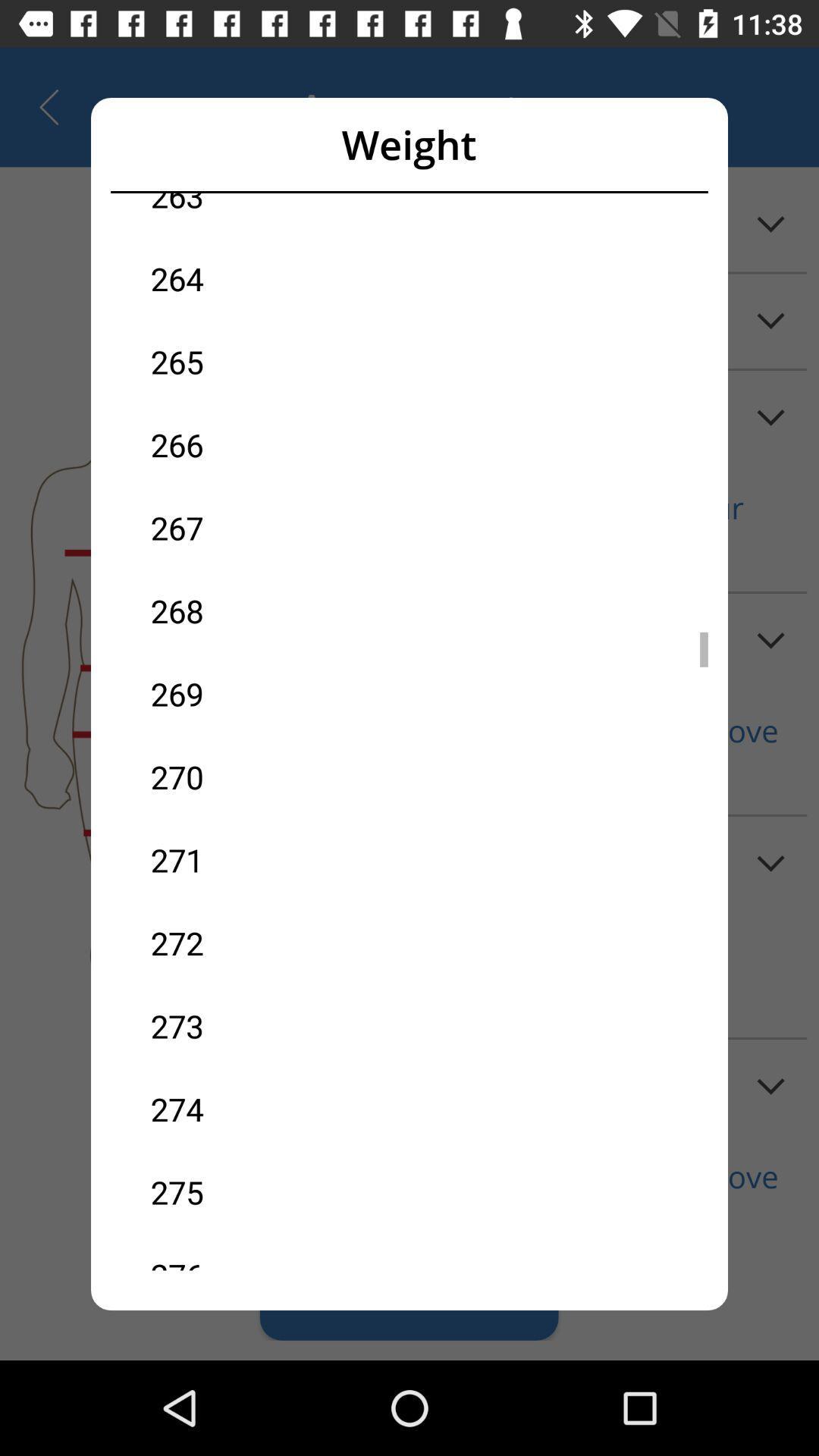  What do you see at coordinates (280, 1109) in the screenshot?
I see `item below the 273 icon` at bounding box center [280, 1109].